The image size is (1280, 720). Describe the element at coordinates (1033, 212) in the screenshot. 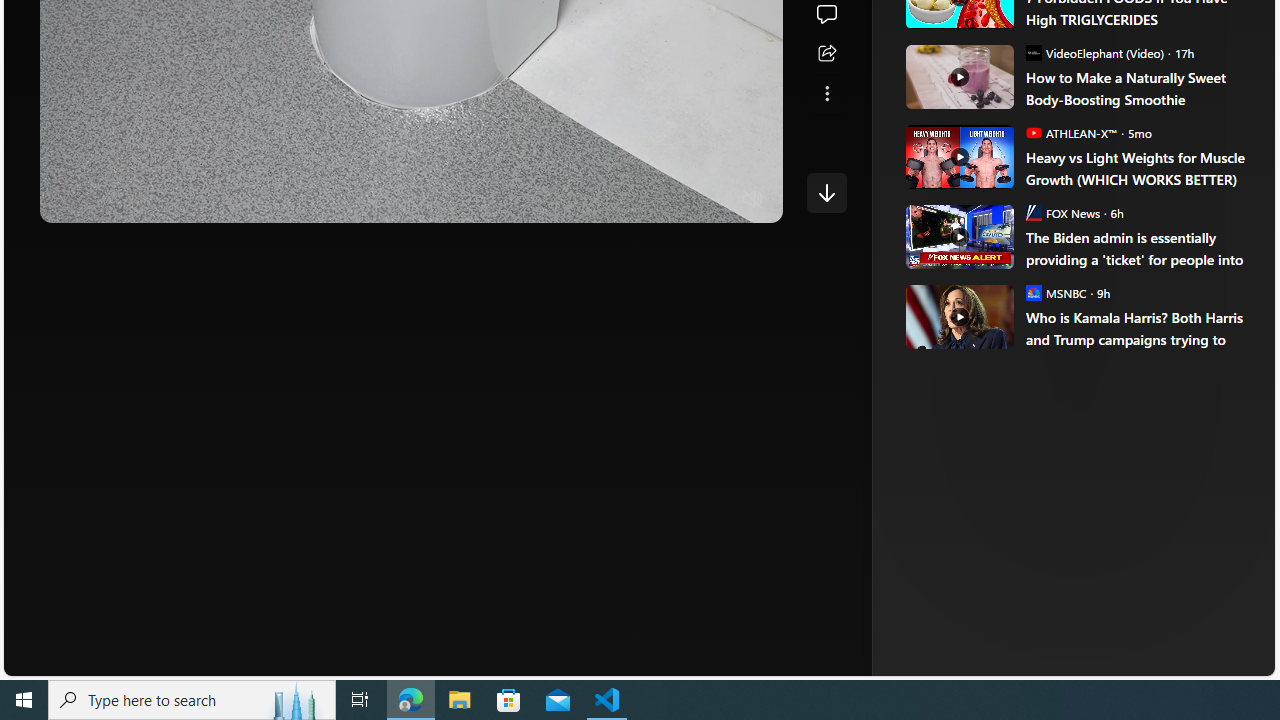

I see `'FOX News'` at that location.